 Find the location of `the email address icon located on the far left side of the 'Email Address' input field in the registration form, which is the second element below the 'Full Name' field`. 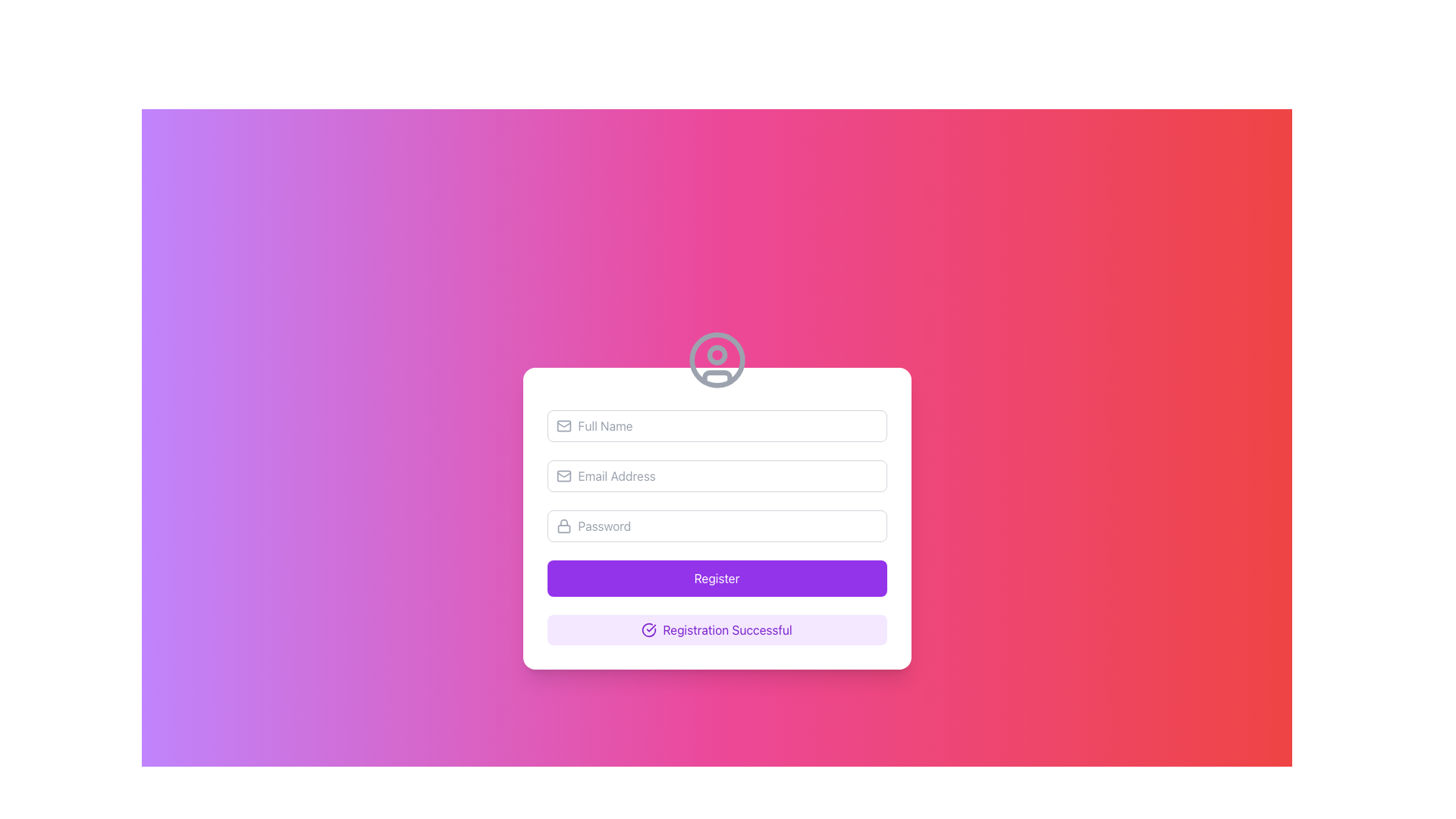

the email address icon located on the far left side of the 'Email Address' input field in the registration form, which is the second element below the 'Full Name' field is located at coordinates (563, 475).